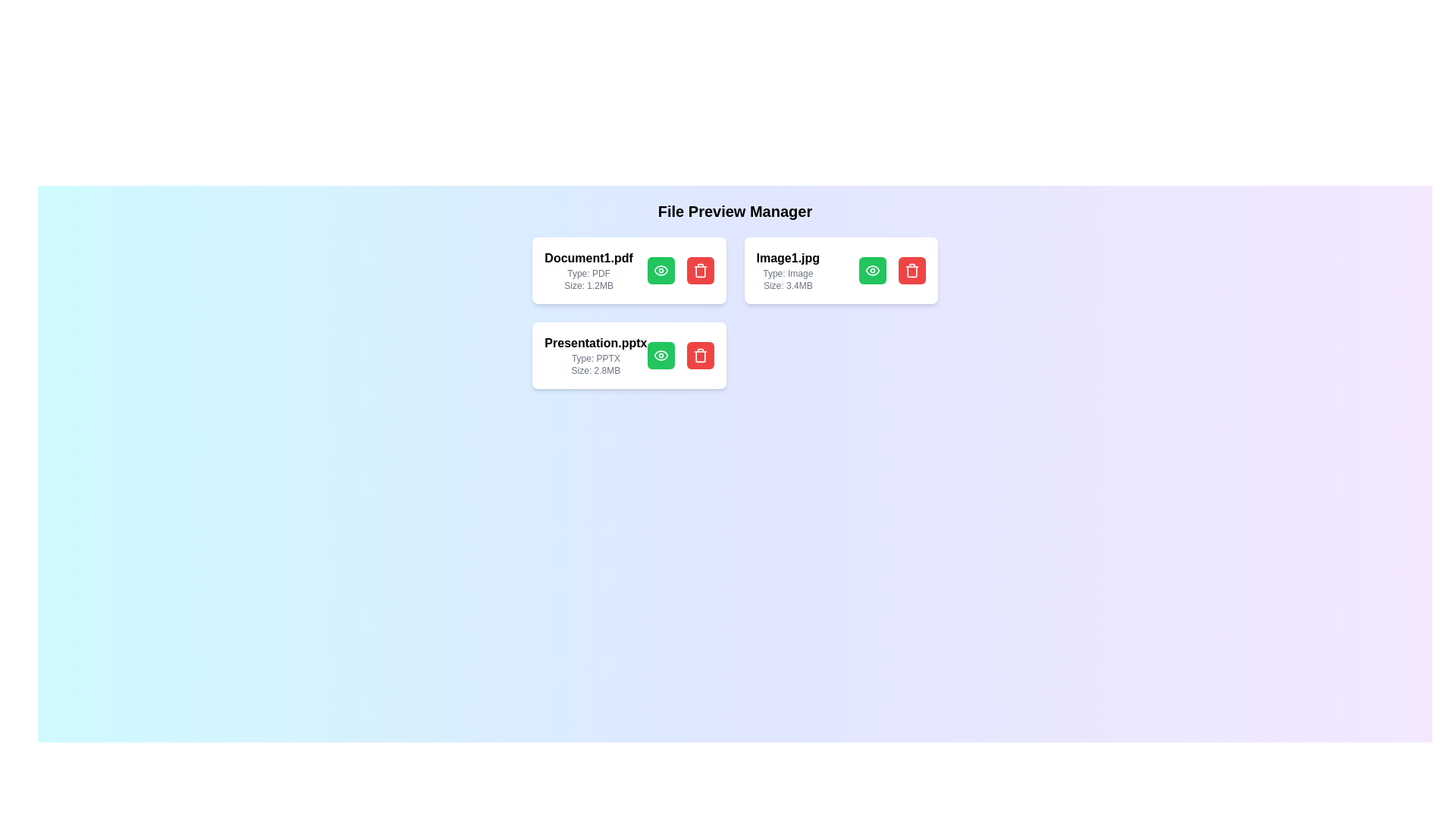 The width and height of the screenshot is (1456, 819). What do you see at coordinates (595, 359) in the screenshot?
I see `the text label displaying the file type information for 'Presentation.pptx', which is located below the file name and above the file size details` at bounding box center [595, 359].